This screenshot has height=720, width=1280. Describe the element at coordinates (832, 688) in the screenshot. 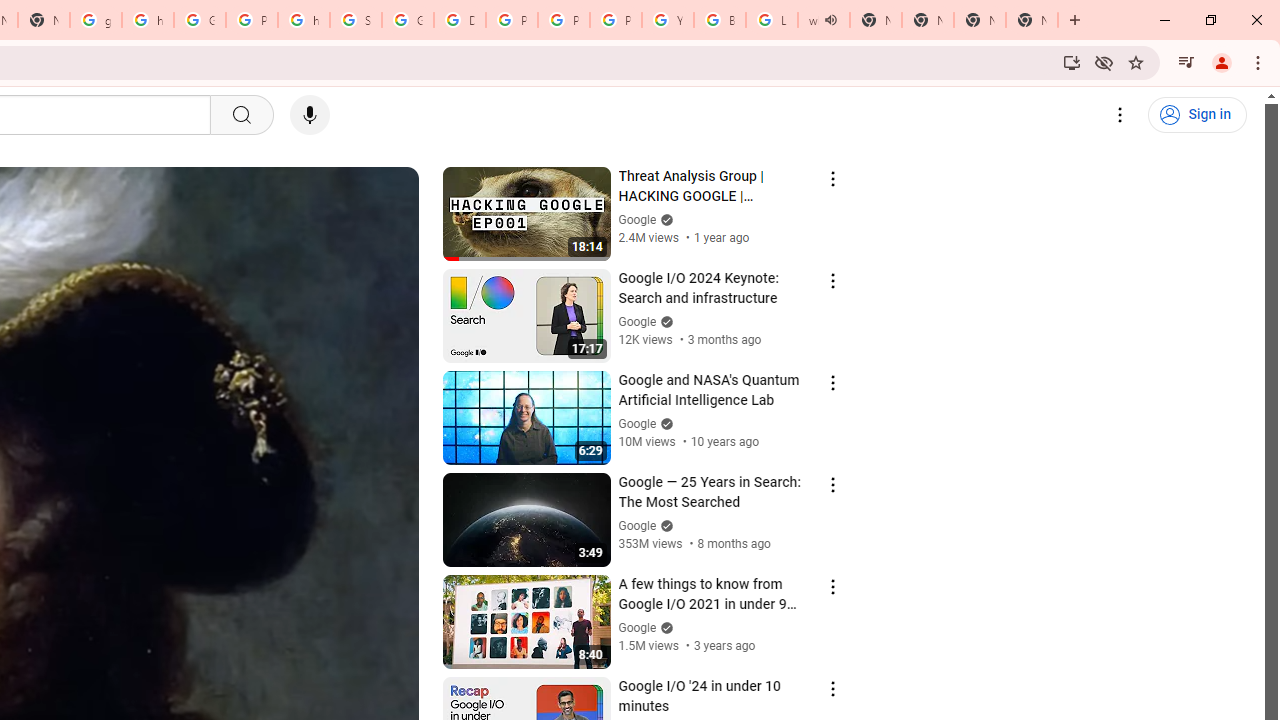

I see `'Action menu'` at that location.